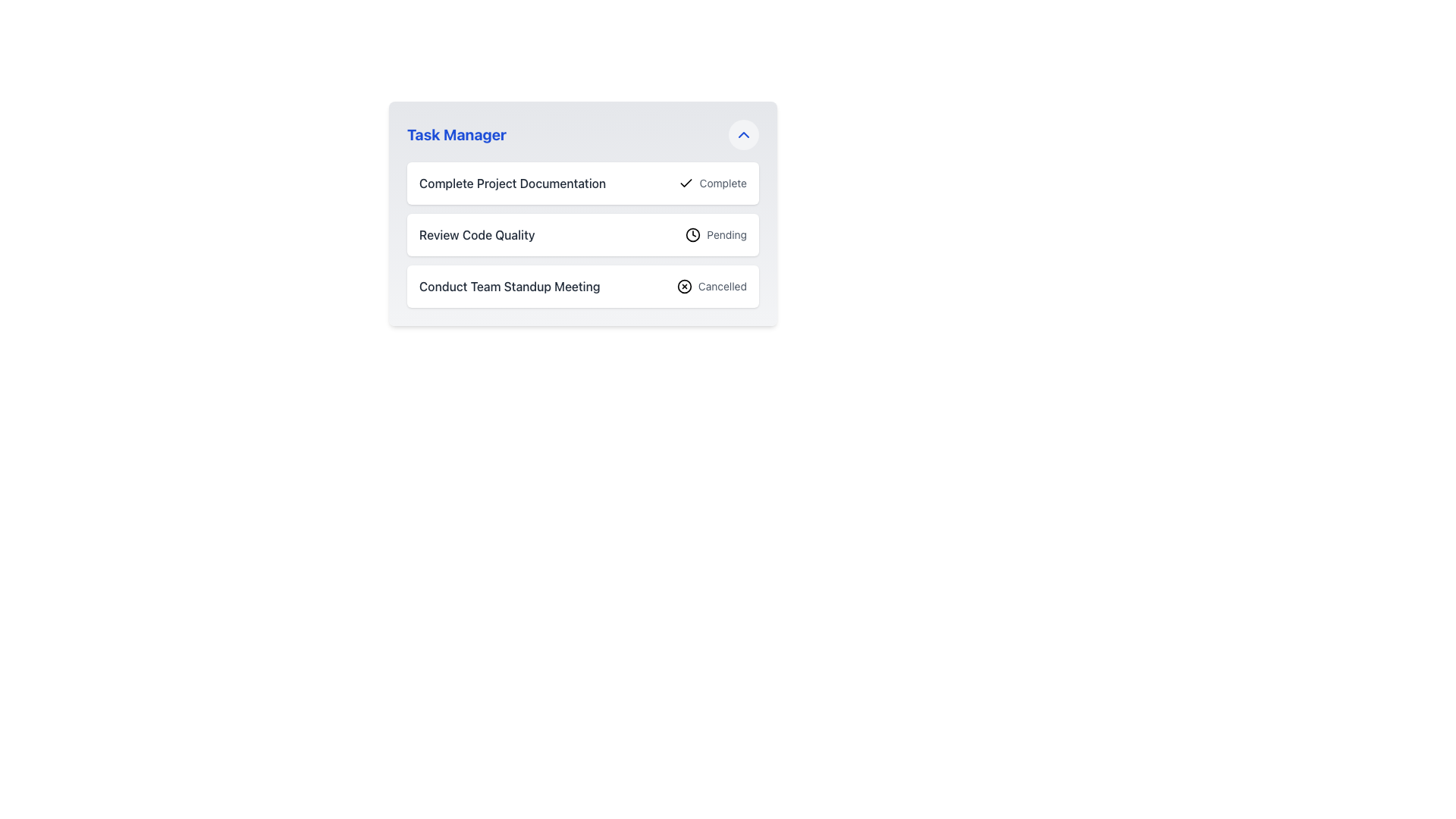 The width and height of the screenshot is (1456, 819). Describe the element at coordinates (711, 287) in the screenshot. I see `status text from the Status label with icon that shows 'Cancelled' located at the bottom-right corner of the task 'Conduct Team Standup Meeting'` at that location.